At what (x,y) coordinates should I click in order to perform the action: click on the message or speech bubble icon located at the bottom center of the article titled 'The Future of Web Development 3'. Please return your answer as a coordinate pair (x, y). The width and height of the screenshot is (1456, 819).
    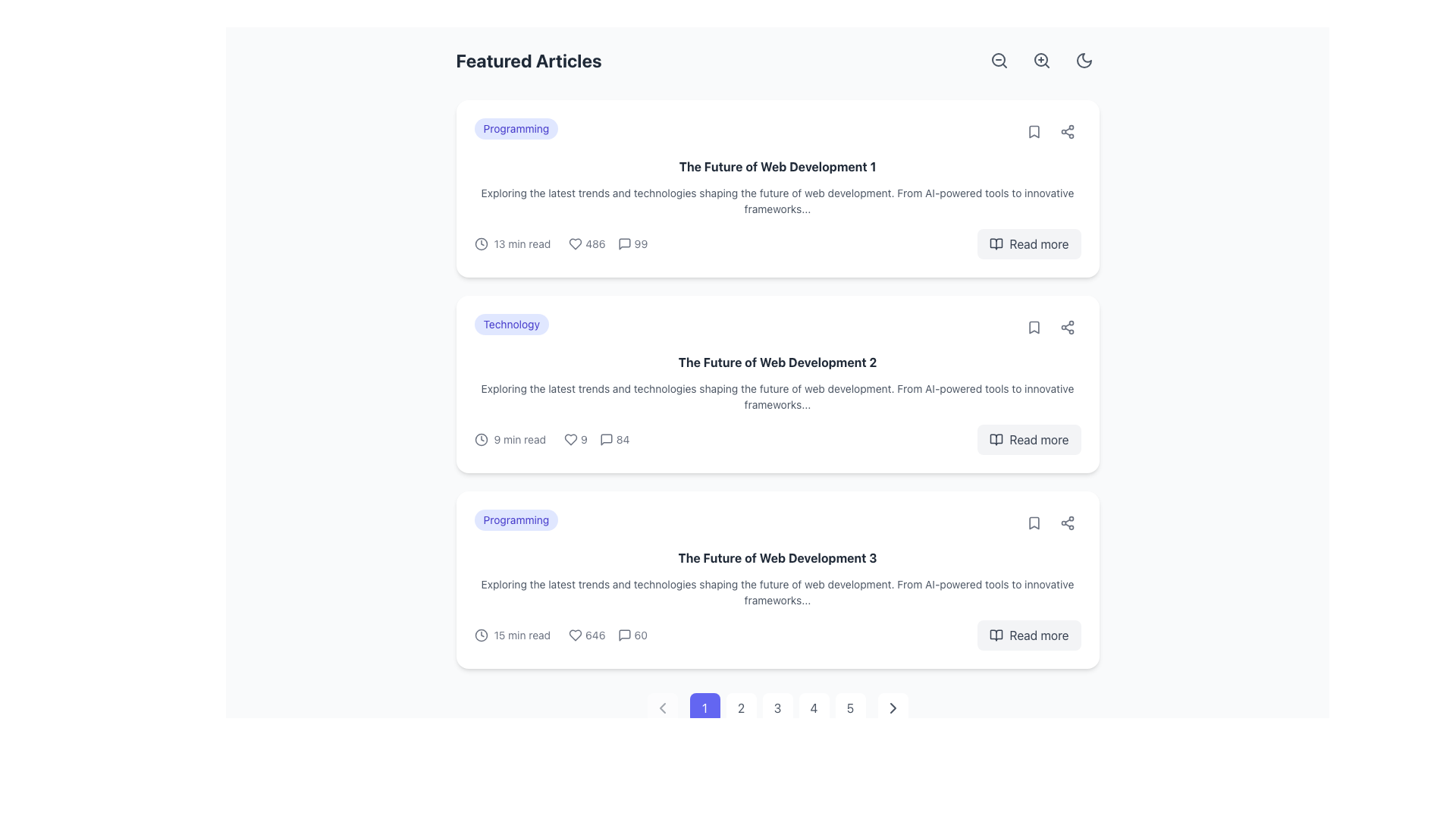
    Looking at the image, I should click on (624, 635).